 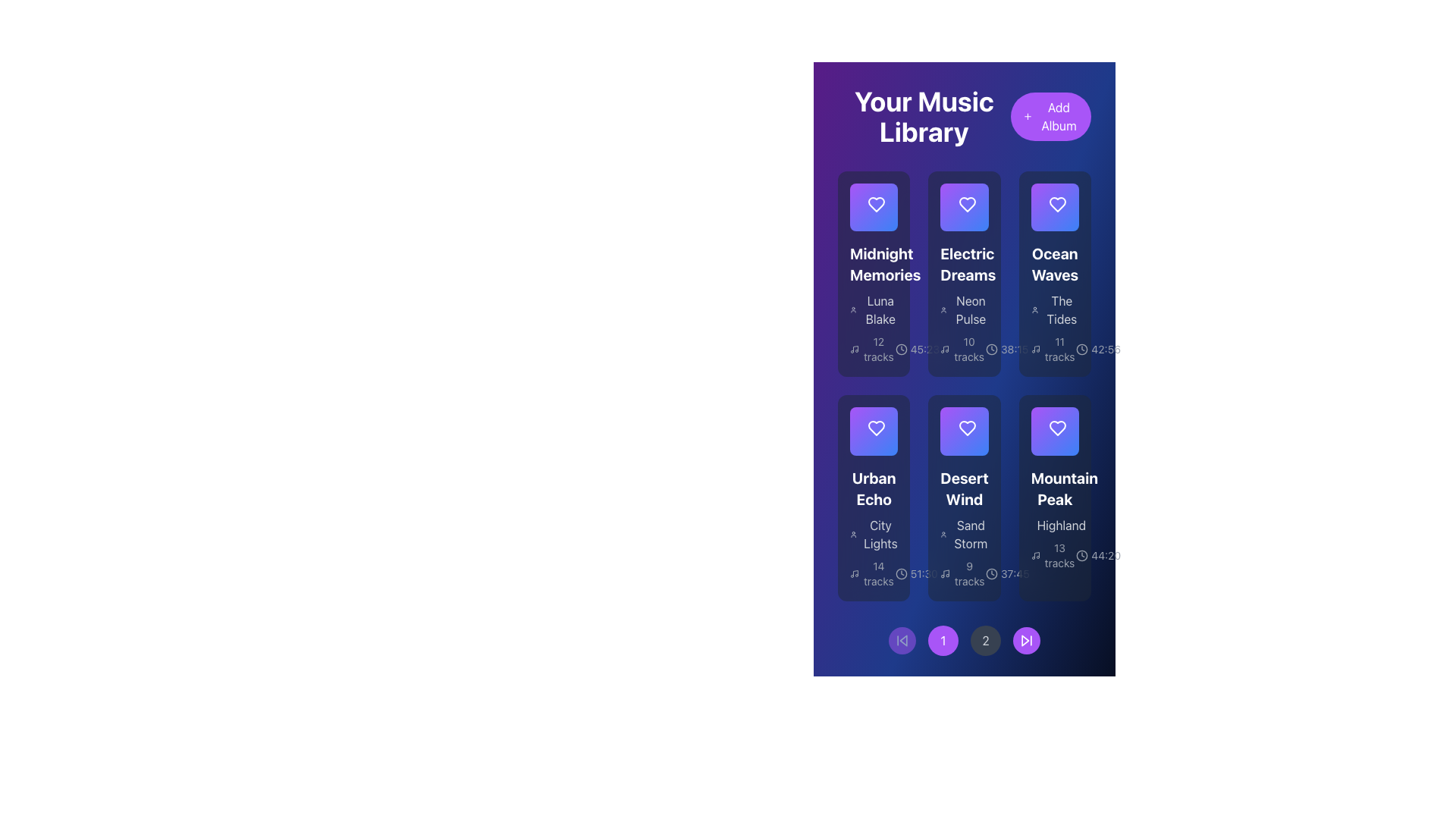 What do you see at coordinates (1098, 350) in the screenshot?
I see `the total duration text label of the album 'Ocean Waves' located in the bottom-right corner of the album card` at bounding box center [1098, 350].